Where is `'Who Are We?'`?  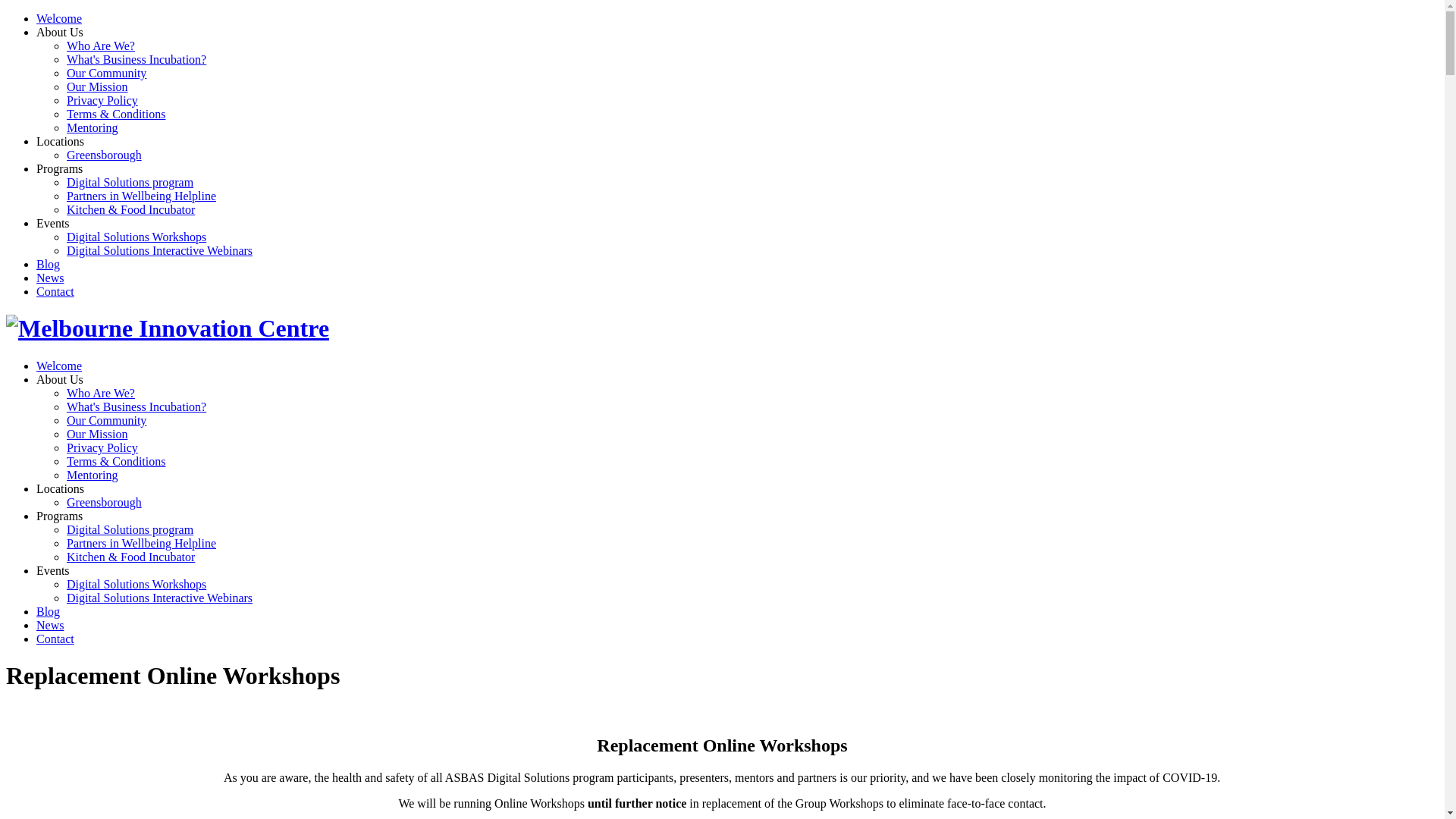
'Who Are We?' is located at coordinates (100, 45).